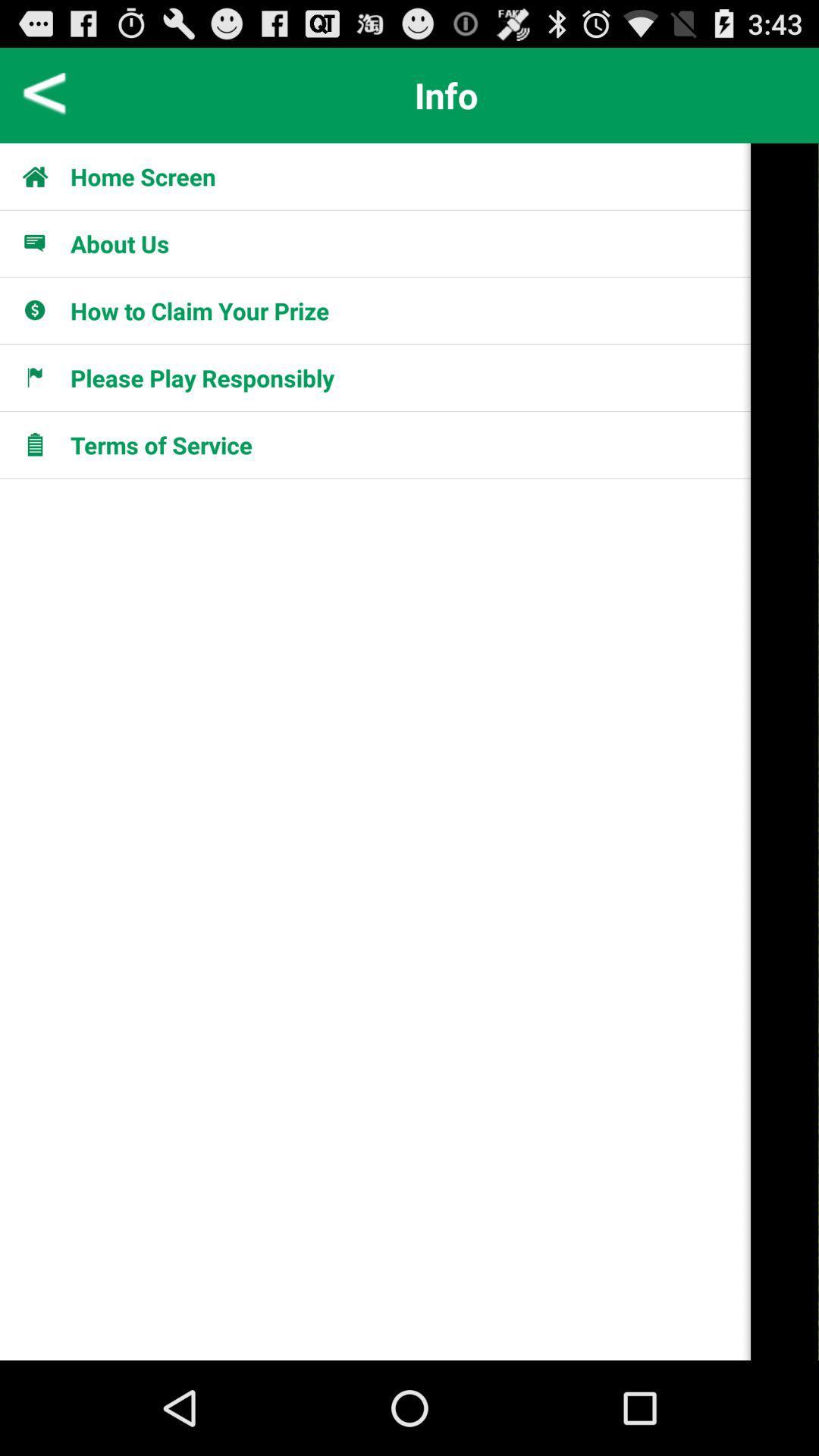 The width and height of the screenshot is (819, 1456). I want to click on info icon, so click(446, 94).